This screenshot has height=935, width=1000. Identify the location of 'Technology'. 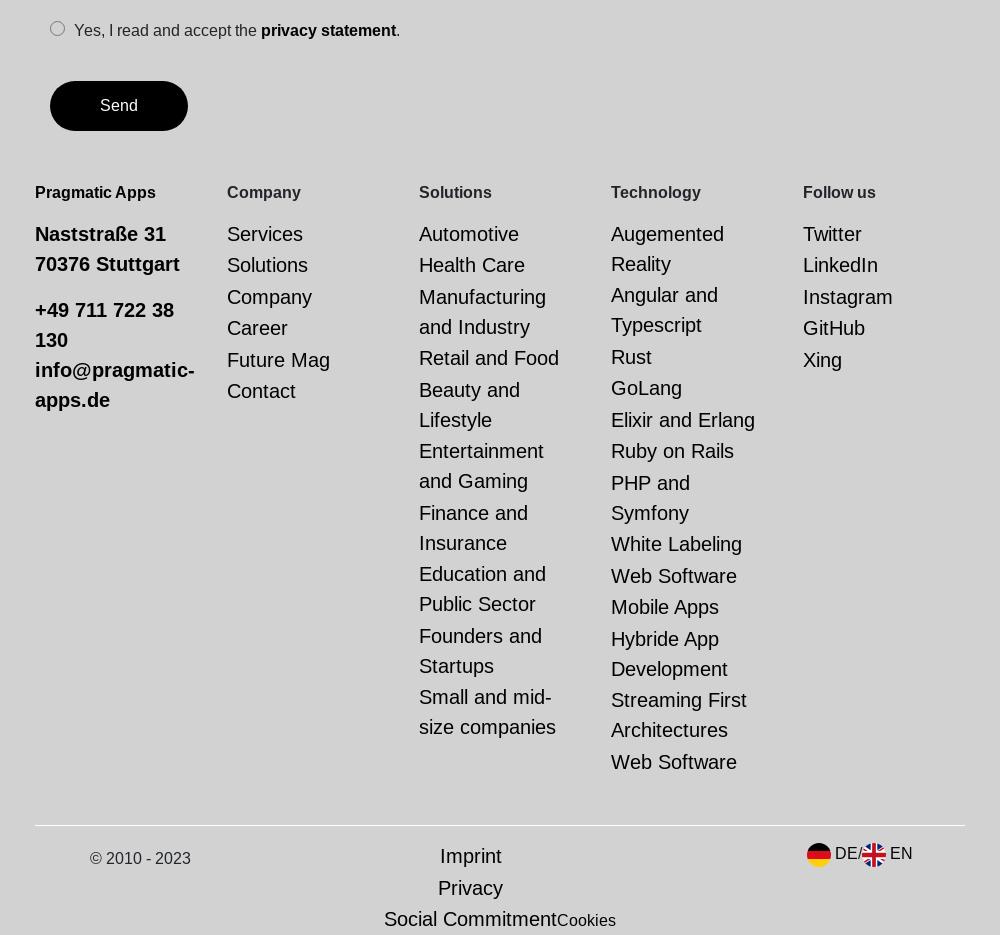
(656, 190).